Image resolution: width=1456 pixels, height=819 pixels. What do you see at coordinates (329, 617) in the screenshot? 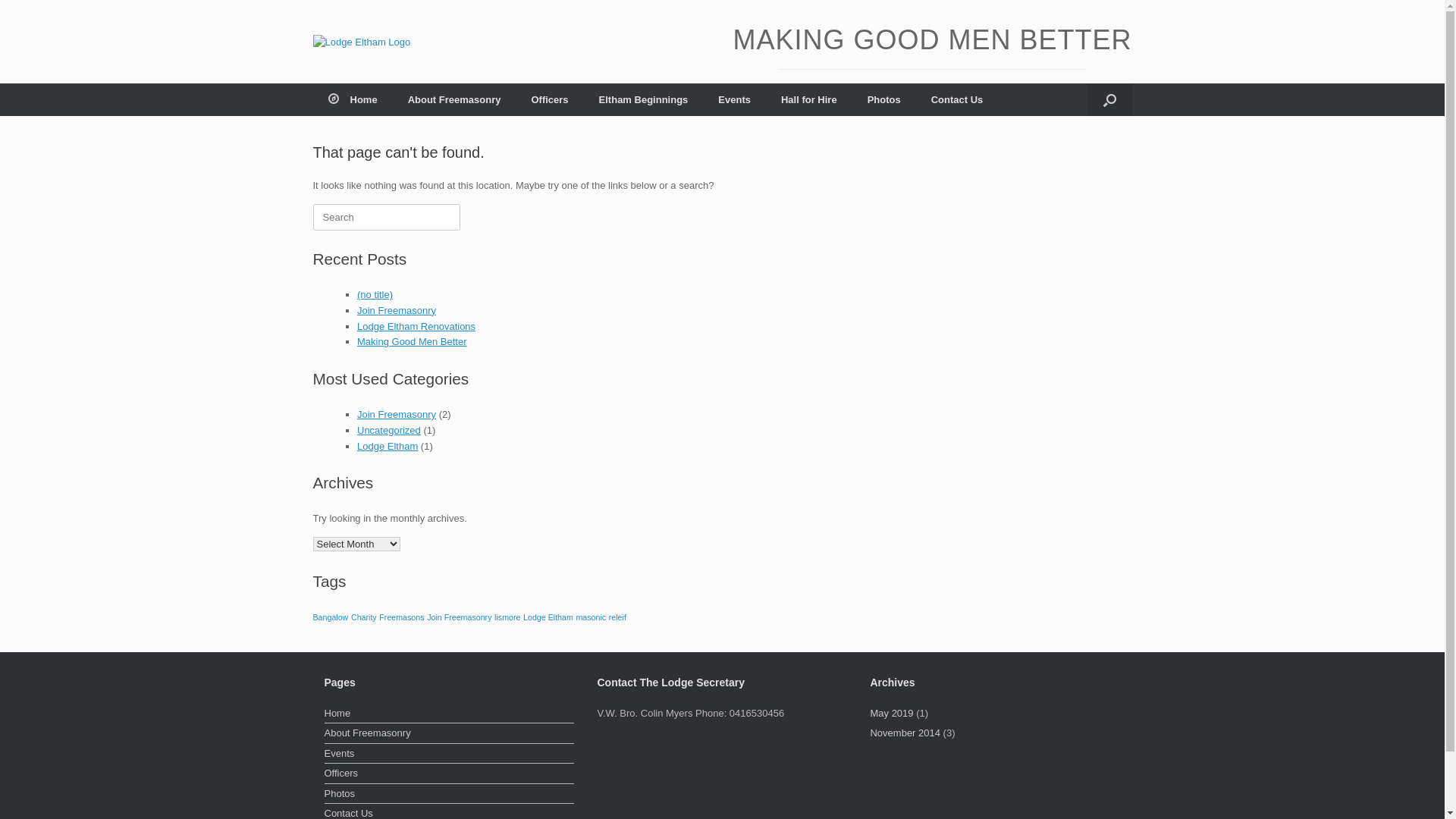
I see `'Bangalow'` at bounding box center [329, 617].